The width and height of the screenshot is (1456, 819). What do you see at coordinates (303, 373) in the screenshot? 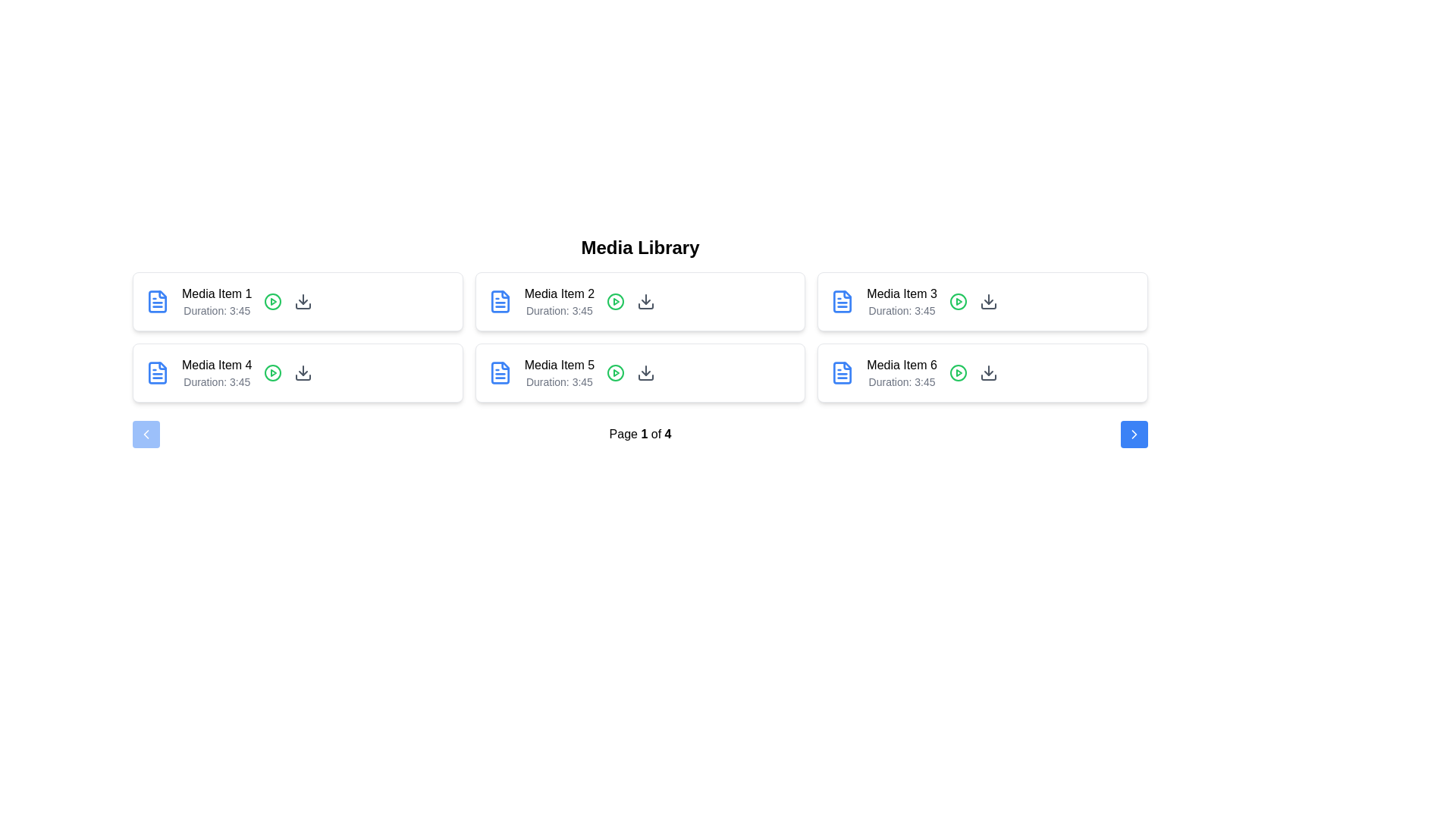
I see `the Download icon located in the panel for 'Media Item 4', positioned in the left column of the second row in the media grid` at bounding box center [303, 373].